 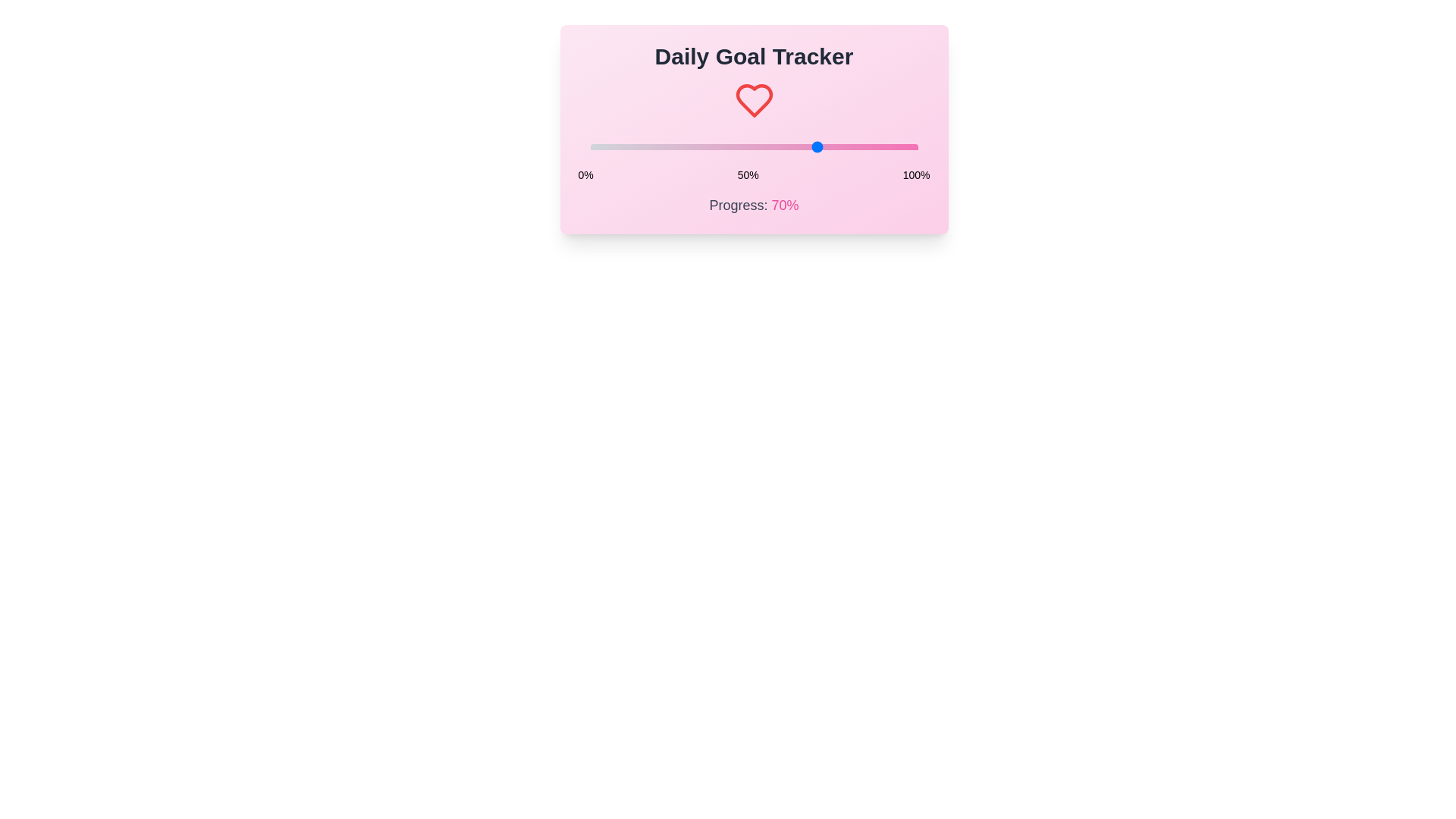 What do you see at coordinates (868, 146) in the screenshot?
I see `the slider to set the progress to 85%` at bounding box center [868, 146].